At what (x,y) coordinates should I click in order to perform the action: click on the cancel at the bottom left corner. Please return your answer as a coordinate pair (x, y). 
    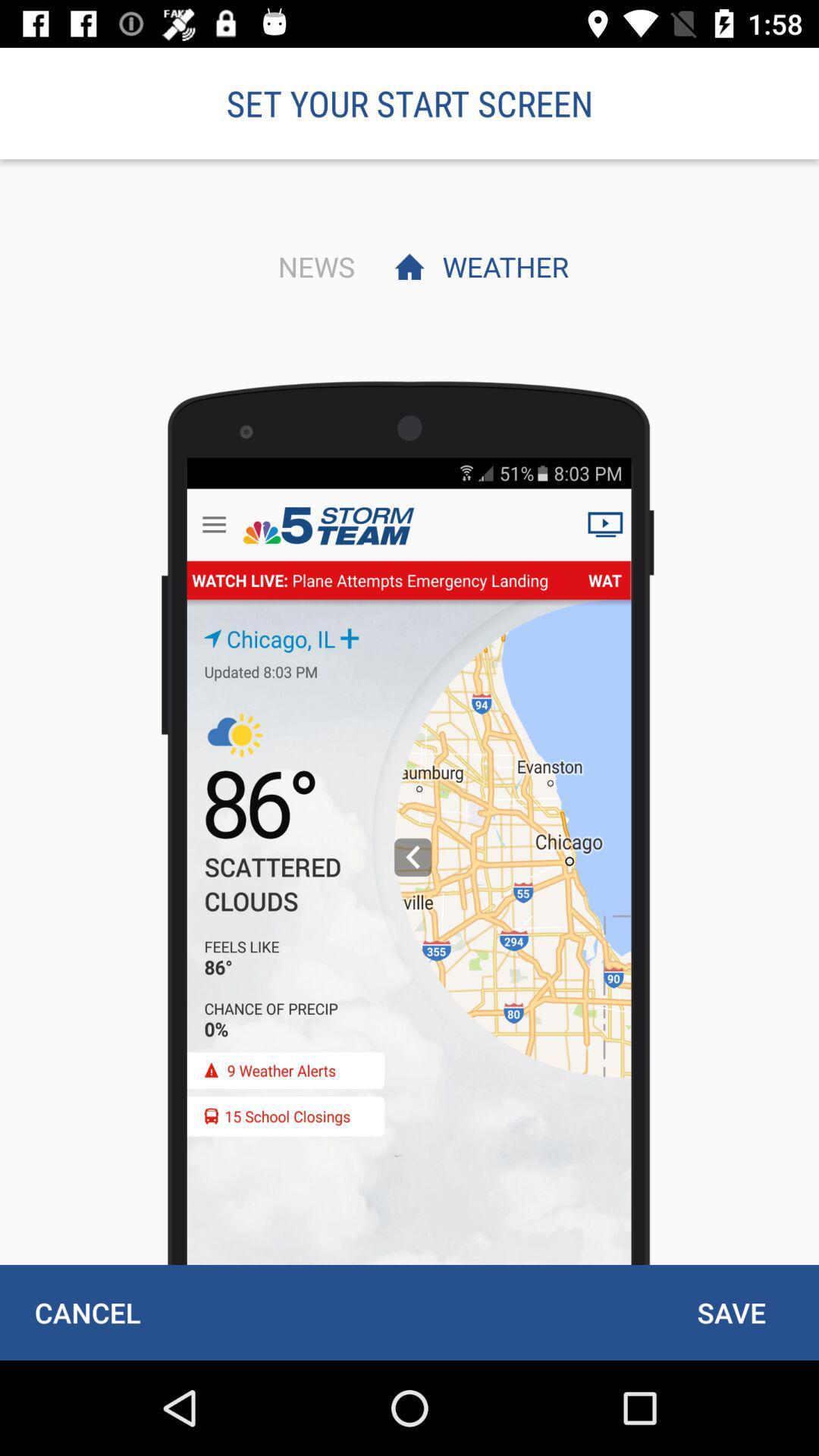
    Looking at the image, I should click on (87, 1312).